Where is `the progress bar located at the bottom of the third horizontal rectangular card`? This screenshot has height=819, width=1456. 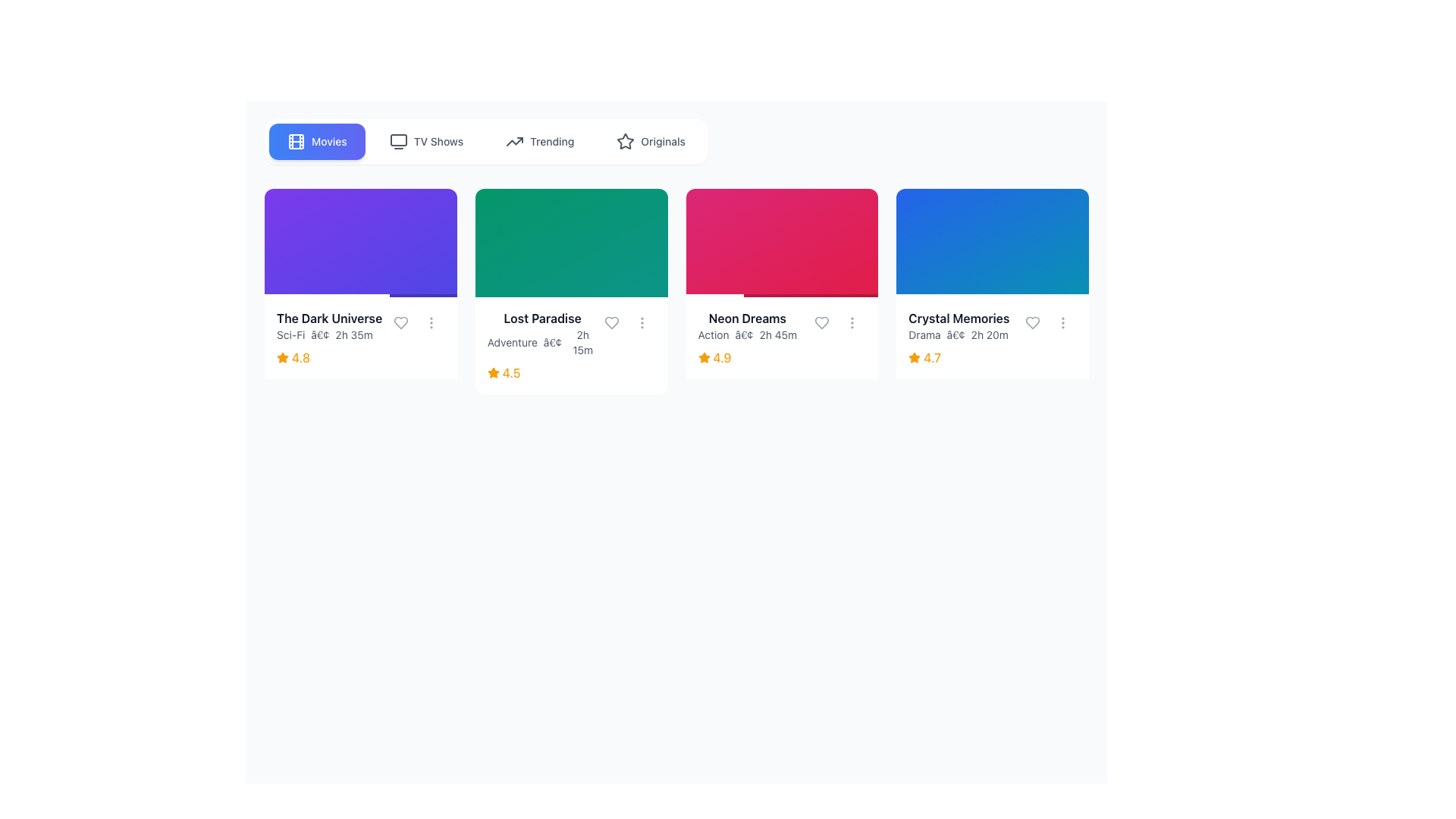
the progress bar located at the bottom of the third horizontal rectangular card is located at coordinates (782, 295).